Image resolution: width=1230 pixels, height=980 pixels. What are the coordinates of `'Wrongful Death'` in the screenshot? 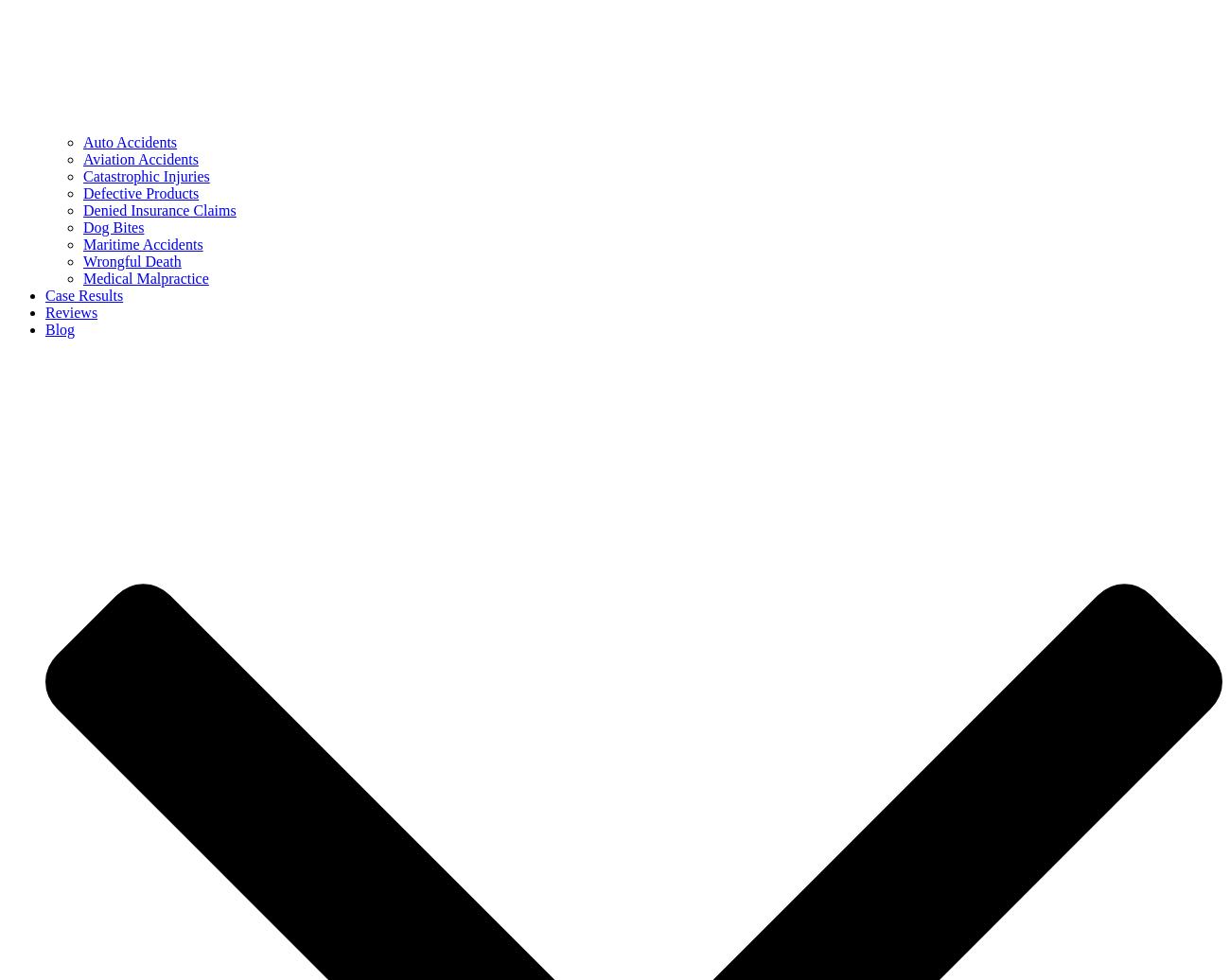 It's located at (131, 261).